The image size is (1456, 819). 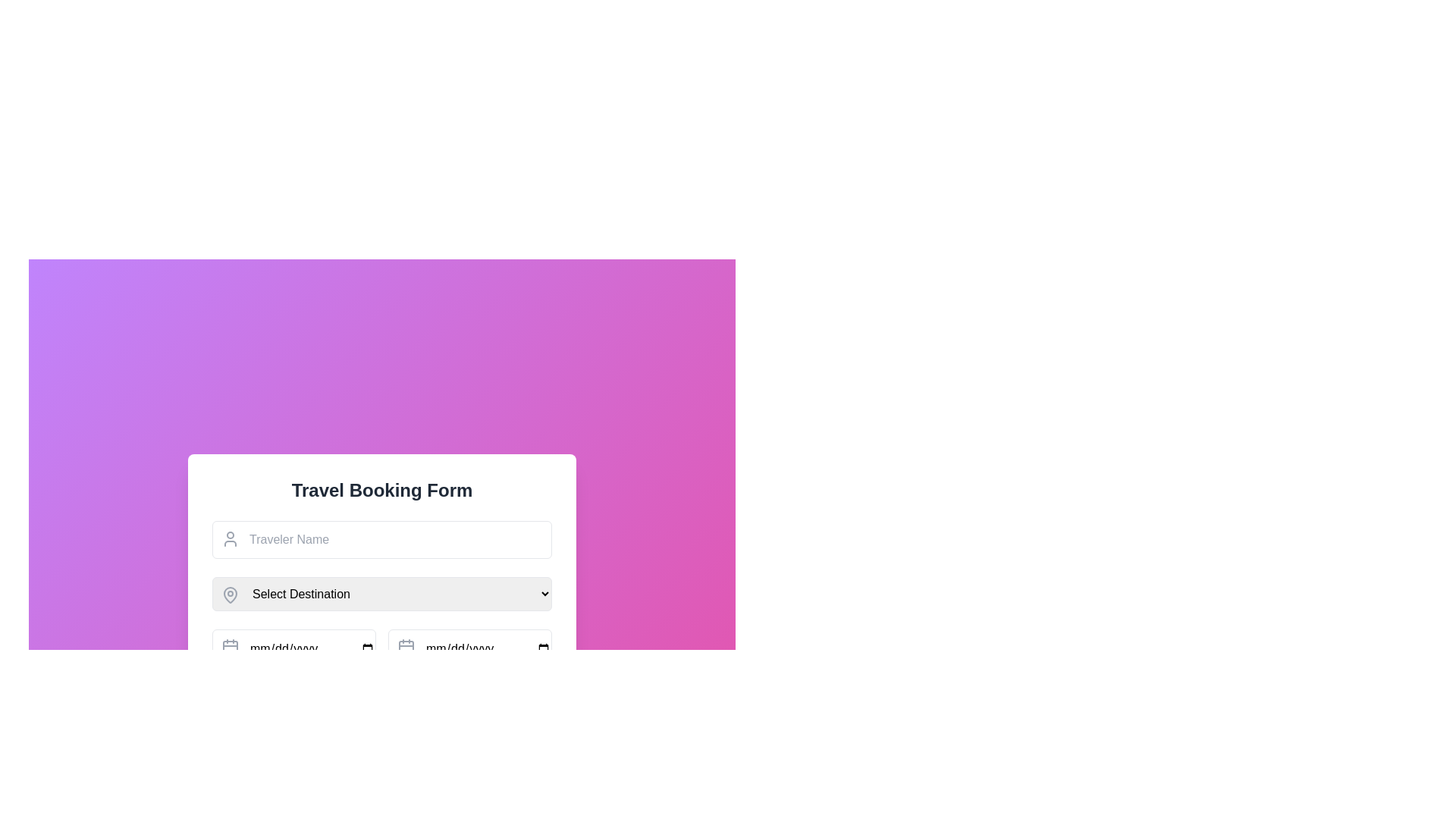 What do you see at coordinates (229, 595) in the screenshot?
I see `the map pin icon, which is a stylized location marker outlined in gray, located inside the 'Select Destination' input field, aligned to the left side` at bounding box center [229, 595].